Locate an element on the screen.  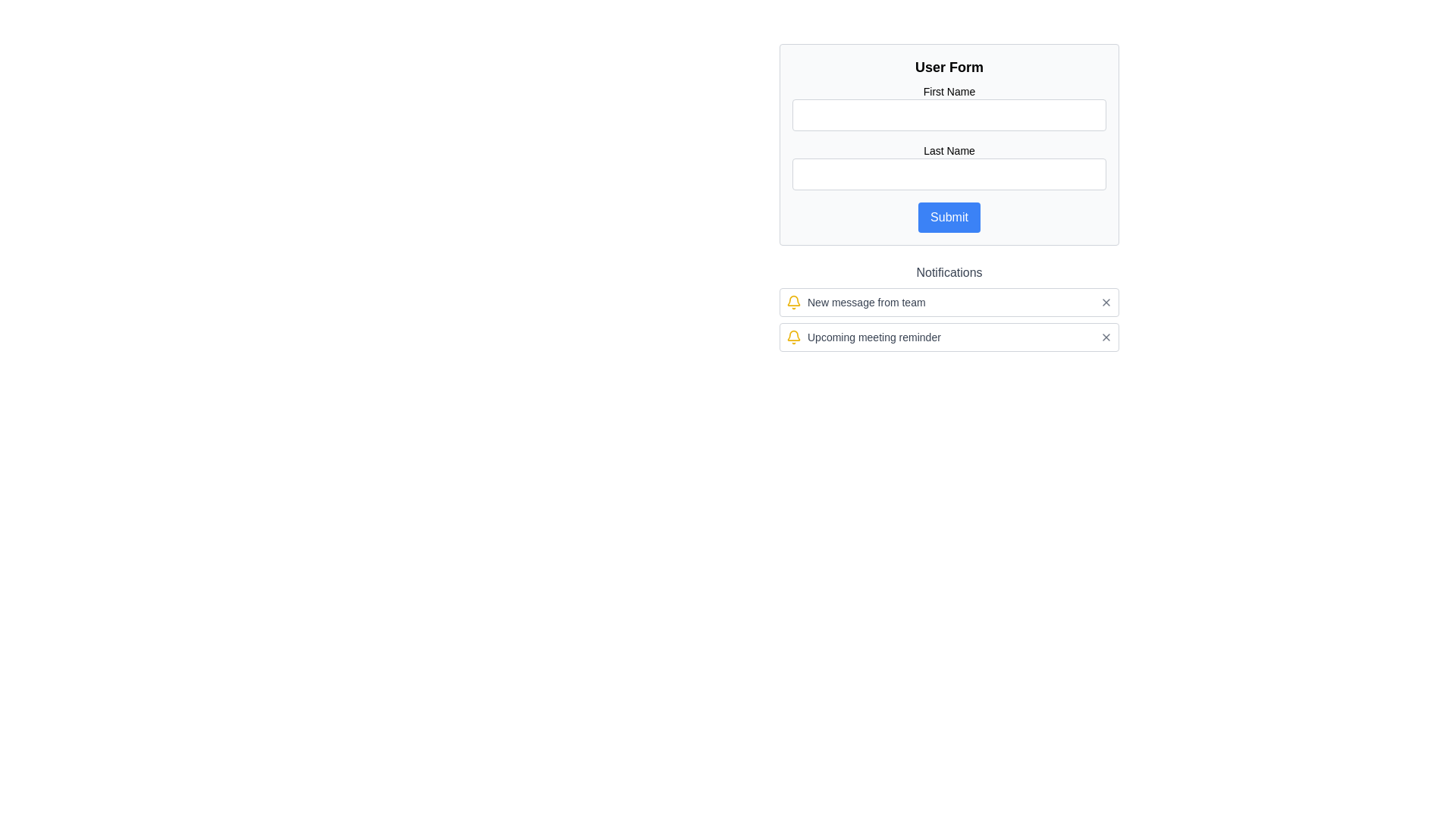
the informational label about the upcoming meeting, which is the second entry in the notification list under the 'Notifications' header, located to the right of a yellow bell icon is located at coordinates (874, 336).